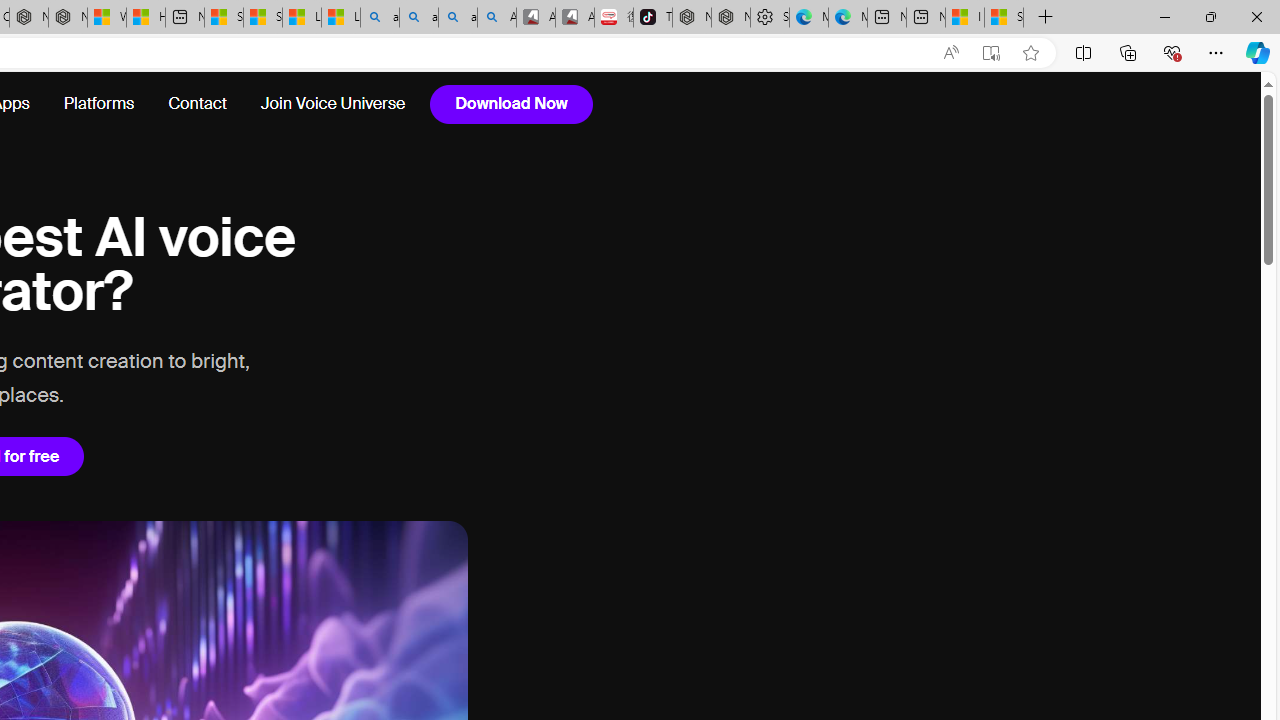  I want to click on 'Amazon Echo Robot - Search Images', so click(496, 17).